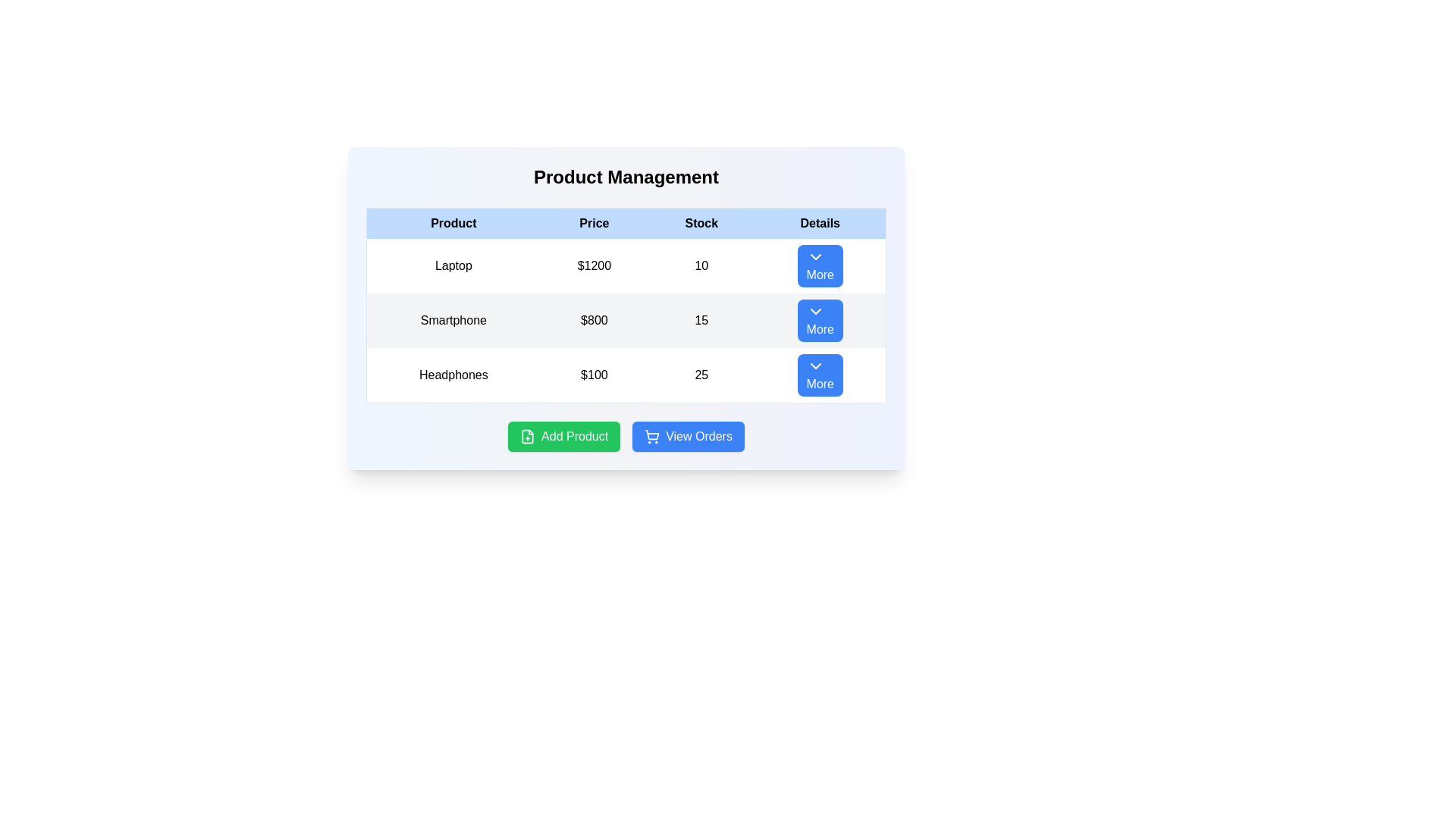 The image size is (1456, 819). What do you see at coordinates (820, 320) in the screenshot?
I see `the blue 'More' button with a chevron-down icon in the 'Details' column of the 'Smartphone' product row` at bounding box center [820, 320].